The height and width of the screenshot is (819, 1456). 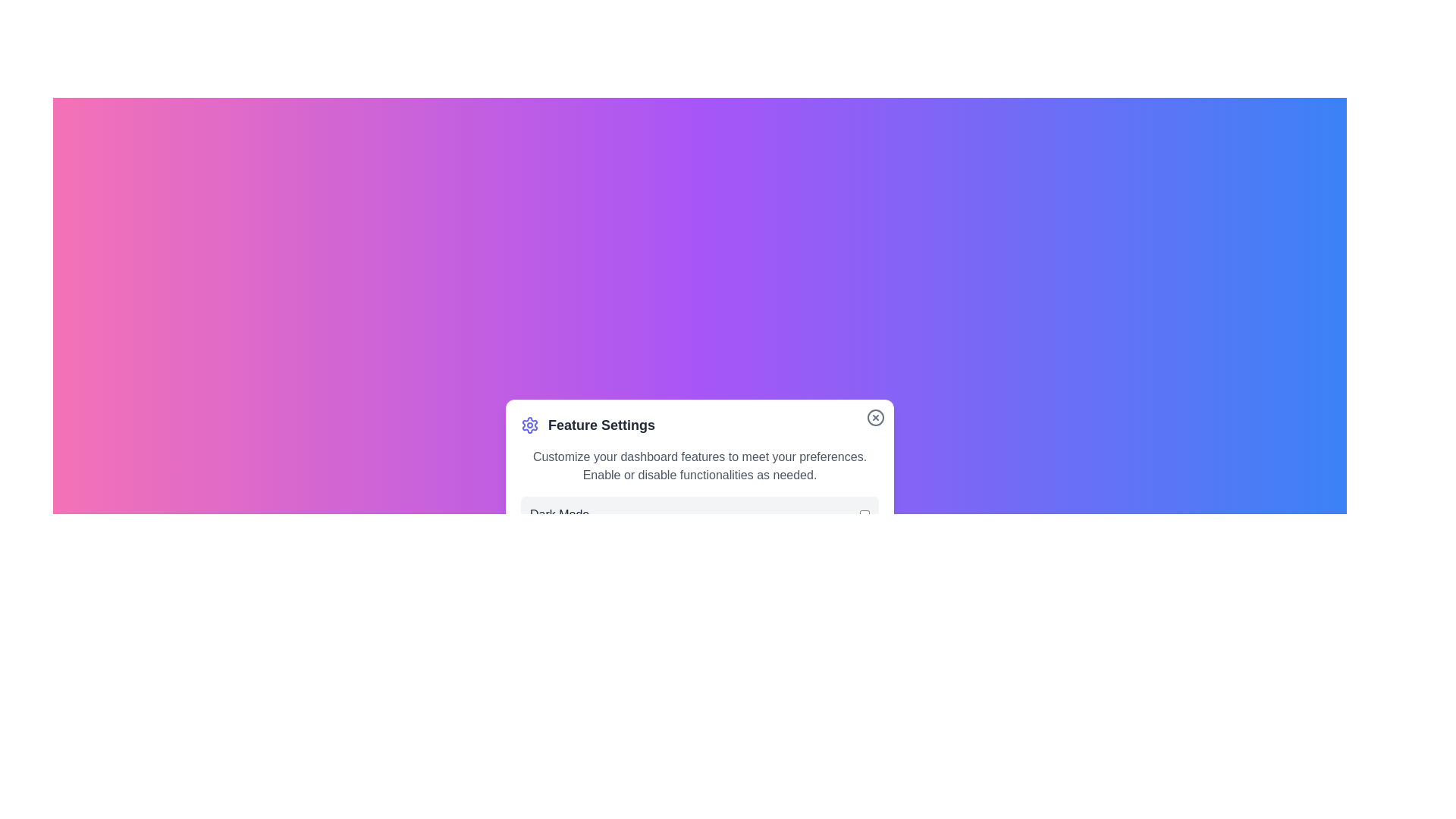 I want to click on the label indicating the dark mode functionality in the 'Feature Settings' section, positioned at the bottom and aligned to the left, so click(x=559, y=513).